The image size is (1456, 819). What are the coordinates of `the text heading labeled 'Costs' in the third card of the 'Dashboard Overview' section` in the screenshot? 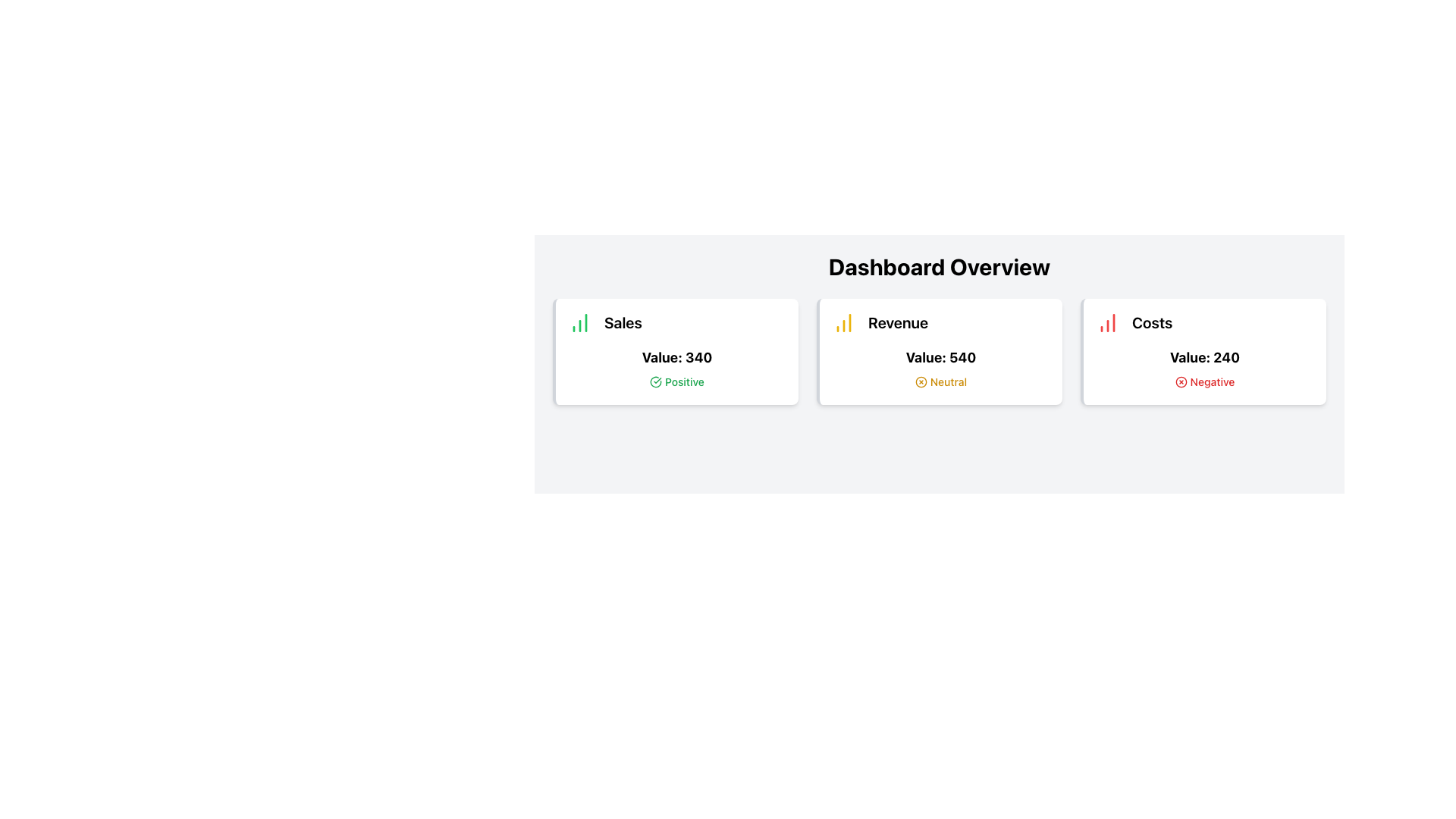 It's located at (1152, 322).